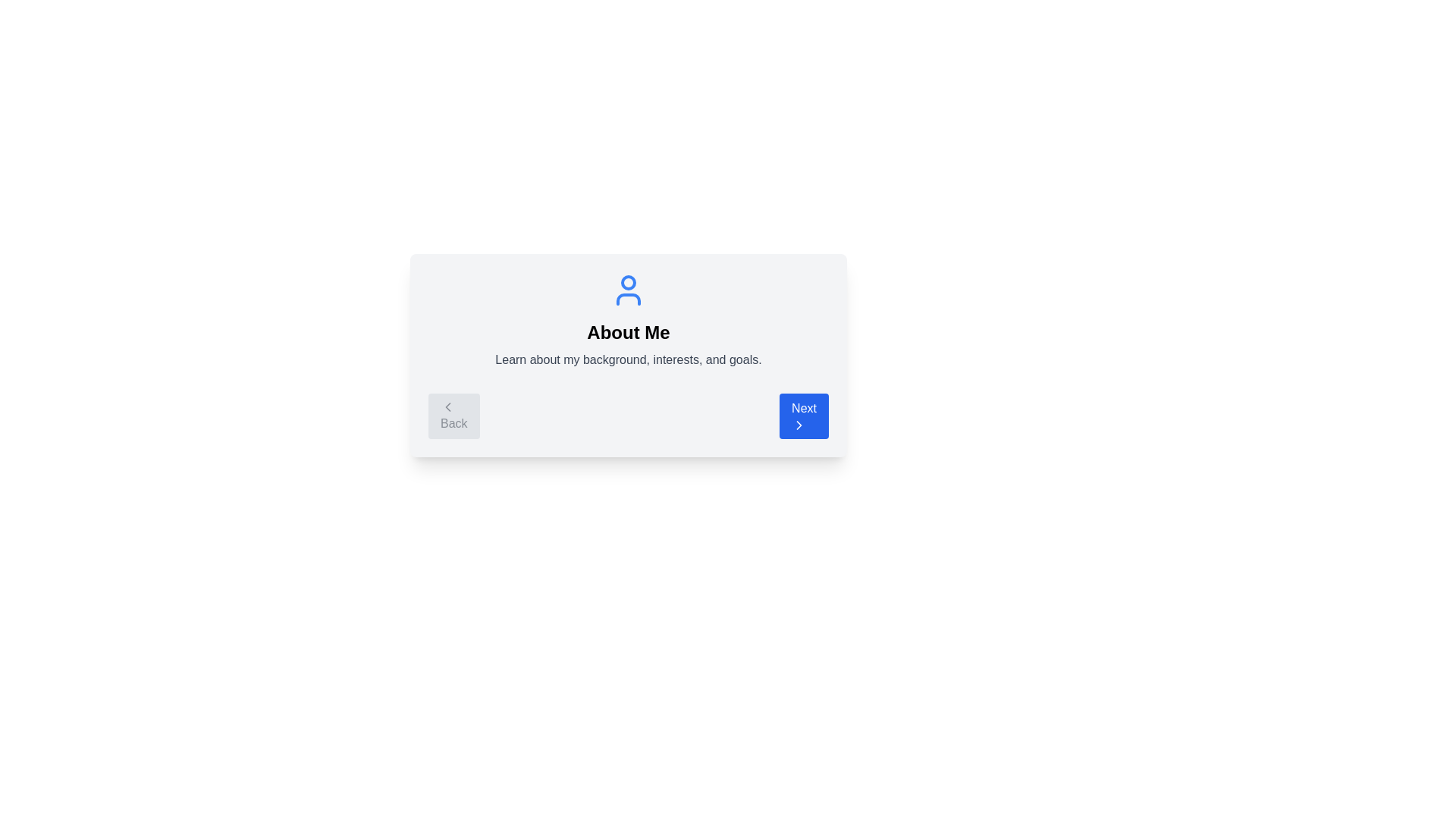 This screenshot has width=1456, height=819. What do you see at coordinates (629, 359) in the screenshot?
I see `the Text Display that contains the phrase 'Learn about my background, interests, and goals.' styled in medium-gray color and center-aligned, located below the 'About Me' heading and above the navigation buttons` at bounding box center [629, 359].